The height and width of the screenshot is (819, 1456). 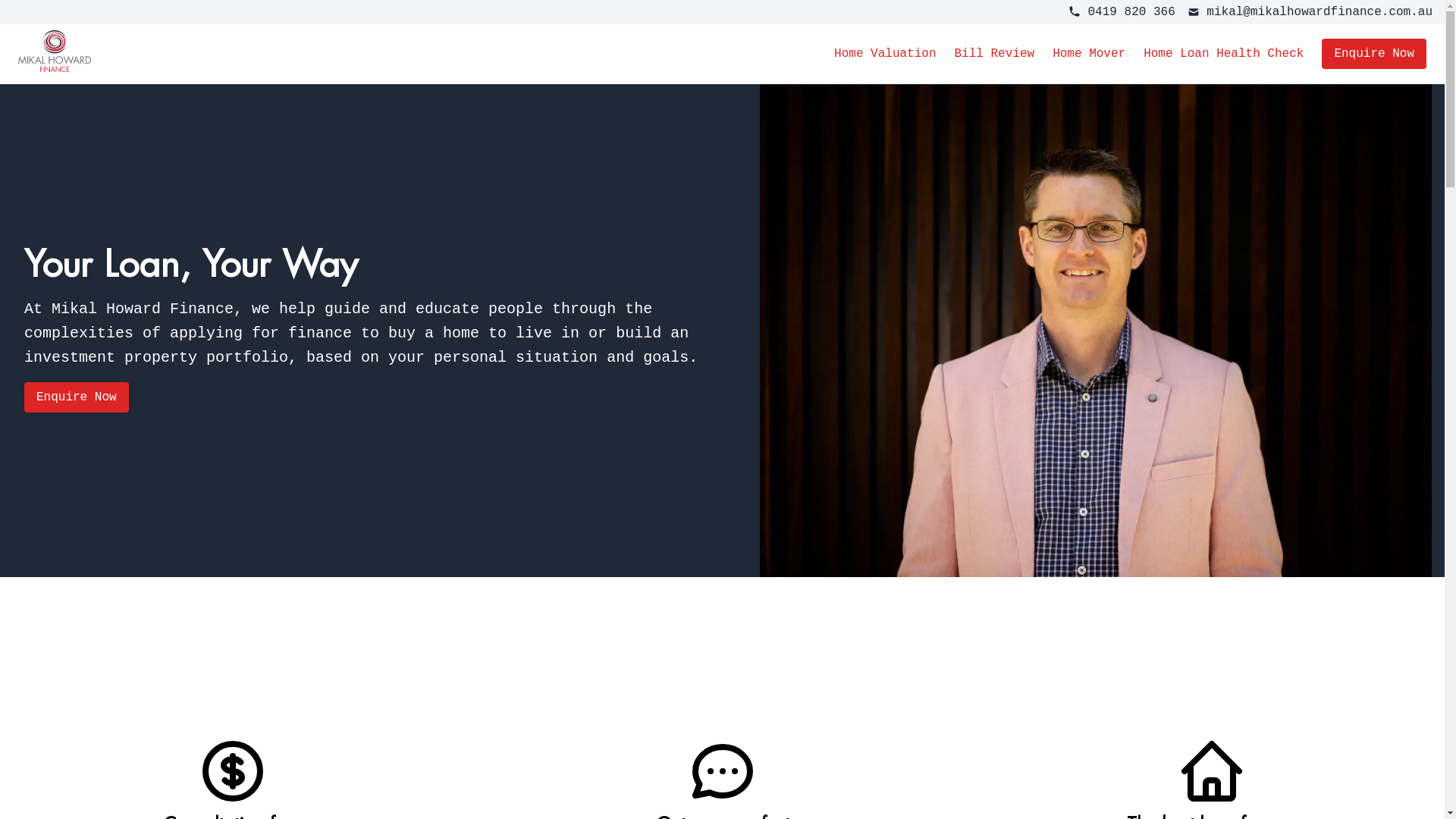 What do you see at coordinates (1068, 11) in the screenshot?
I see `'0419 820 366'` at bounding box center [1068, 11].